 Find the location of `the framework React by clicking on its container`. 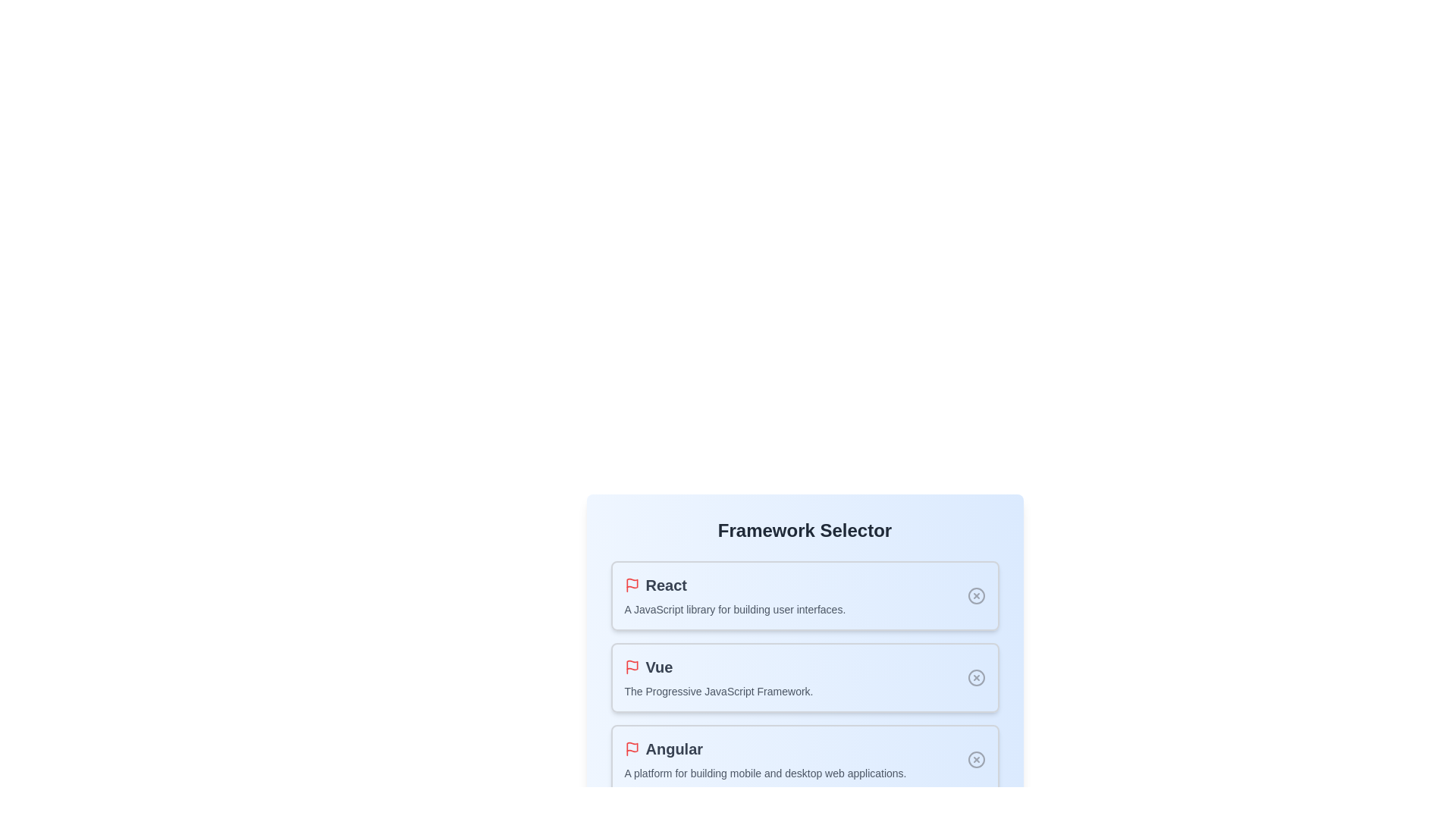

the framework React by clicking on its container is located at coordinates (804, 595).